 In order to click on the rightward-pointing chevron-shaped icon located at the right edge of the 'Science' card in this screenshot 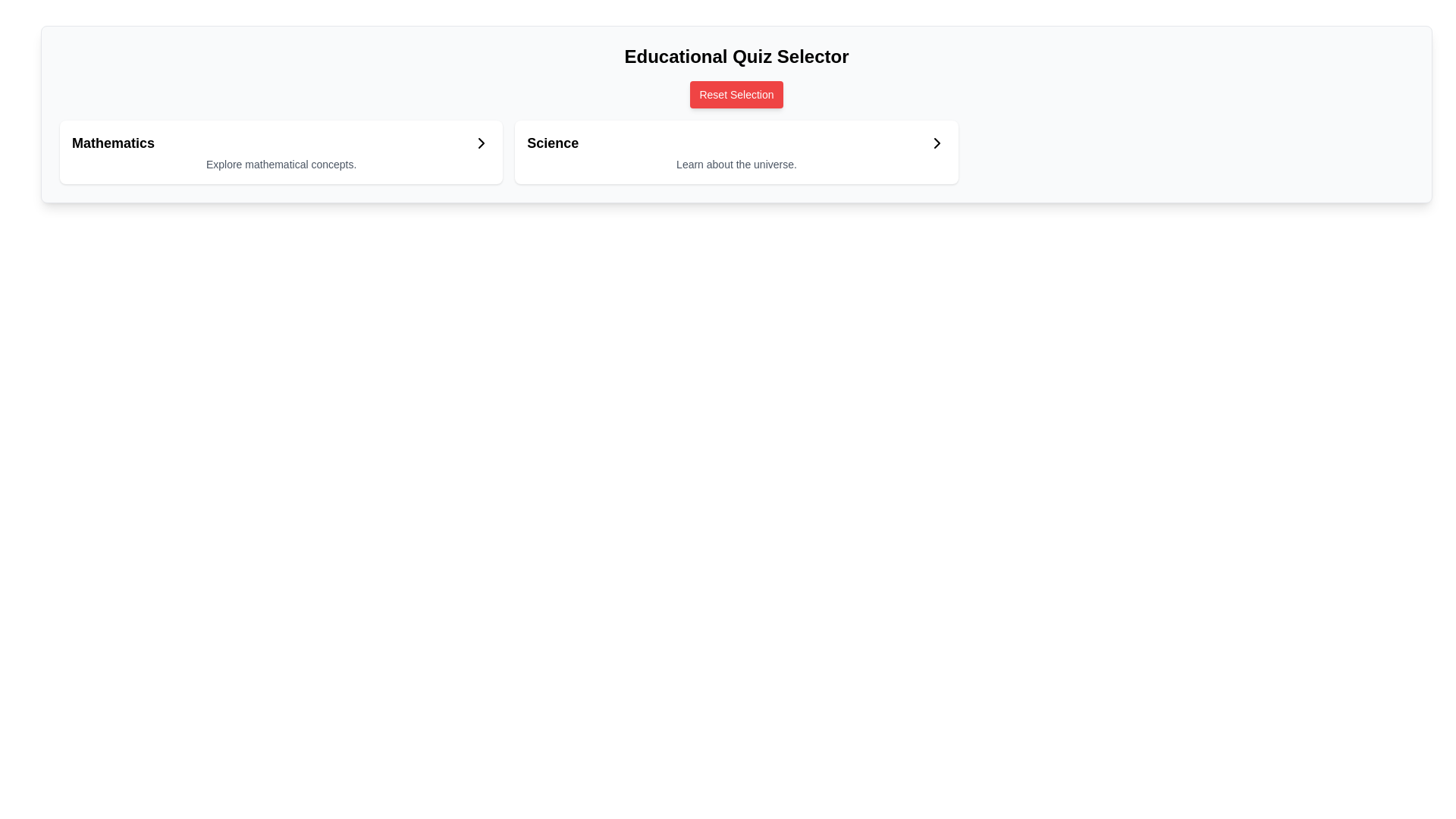, I will do `click(936, 143)`.